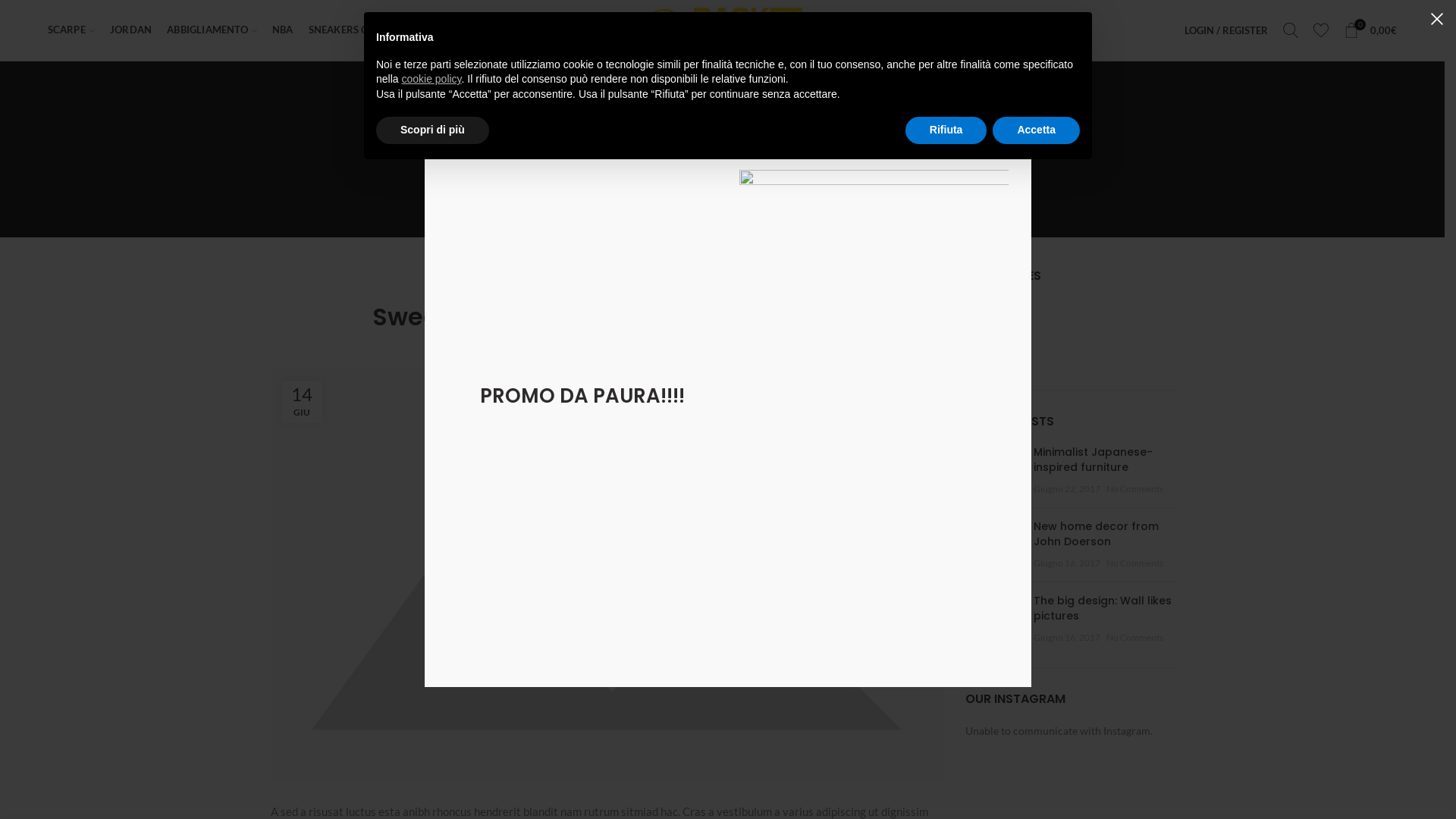 The image size is (1456, 819). What do you see at coordinates (1226, 30) in the screenshot?
I see `'LOGIN / REGISTER'` at bounding box center [1226, 30].